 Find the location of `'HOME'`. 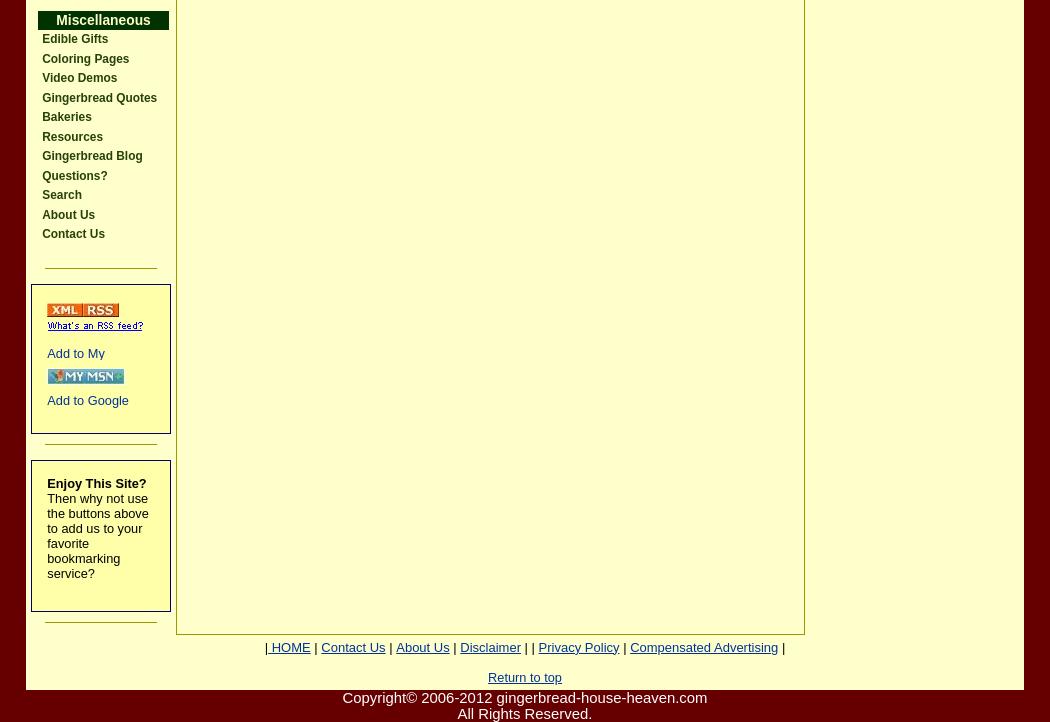

'HOME' is located at coordinates (287, 646).